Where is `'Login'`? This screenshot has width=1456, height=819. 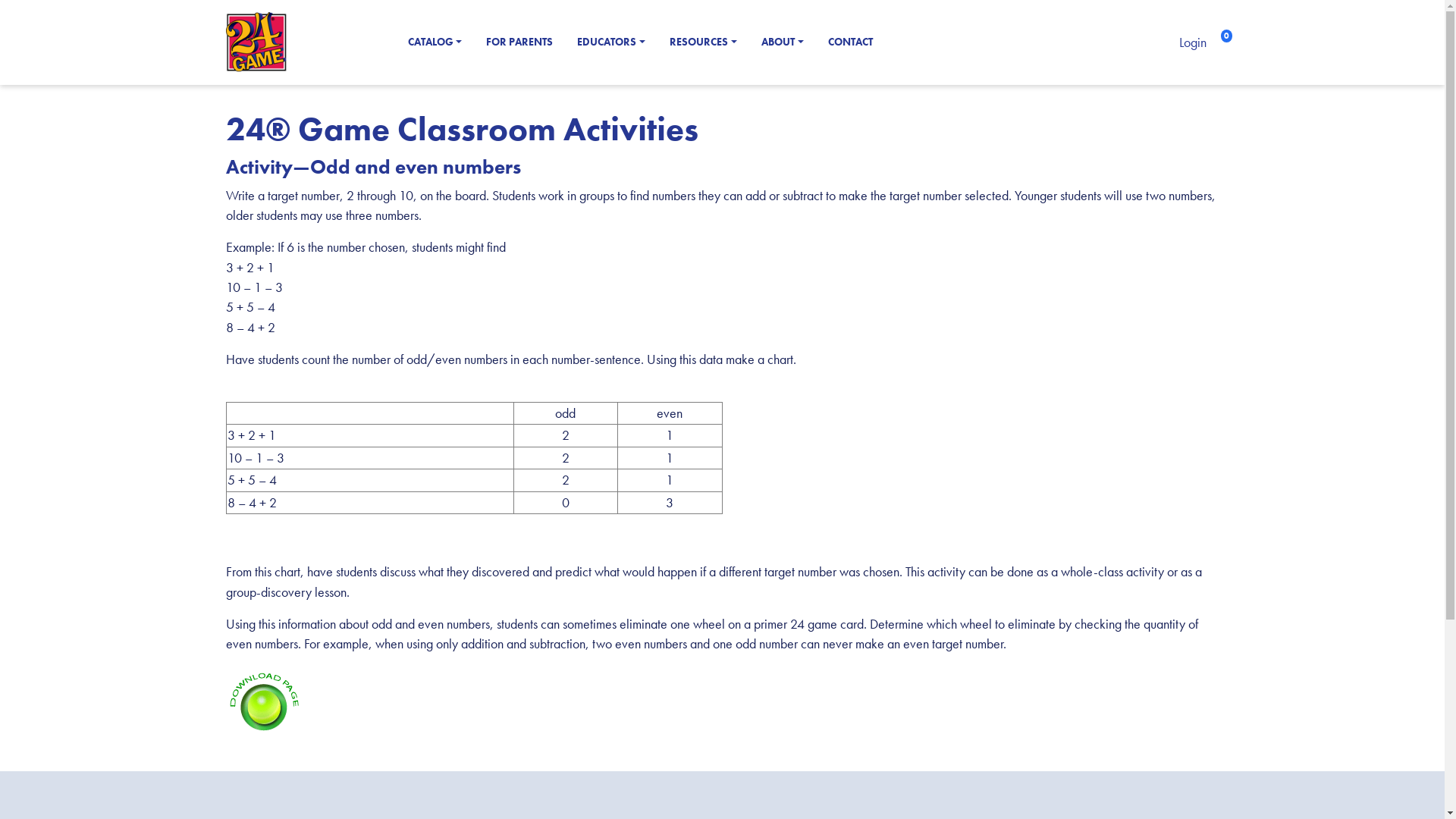
'Login' is located at coordinates (1192, 42).